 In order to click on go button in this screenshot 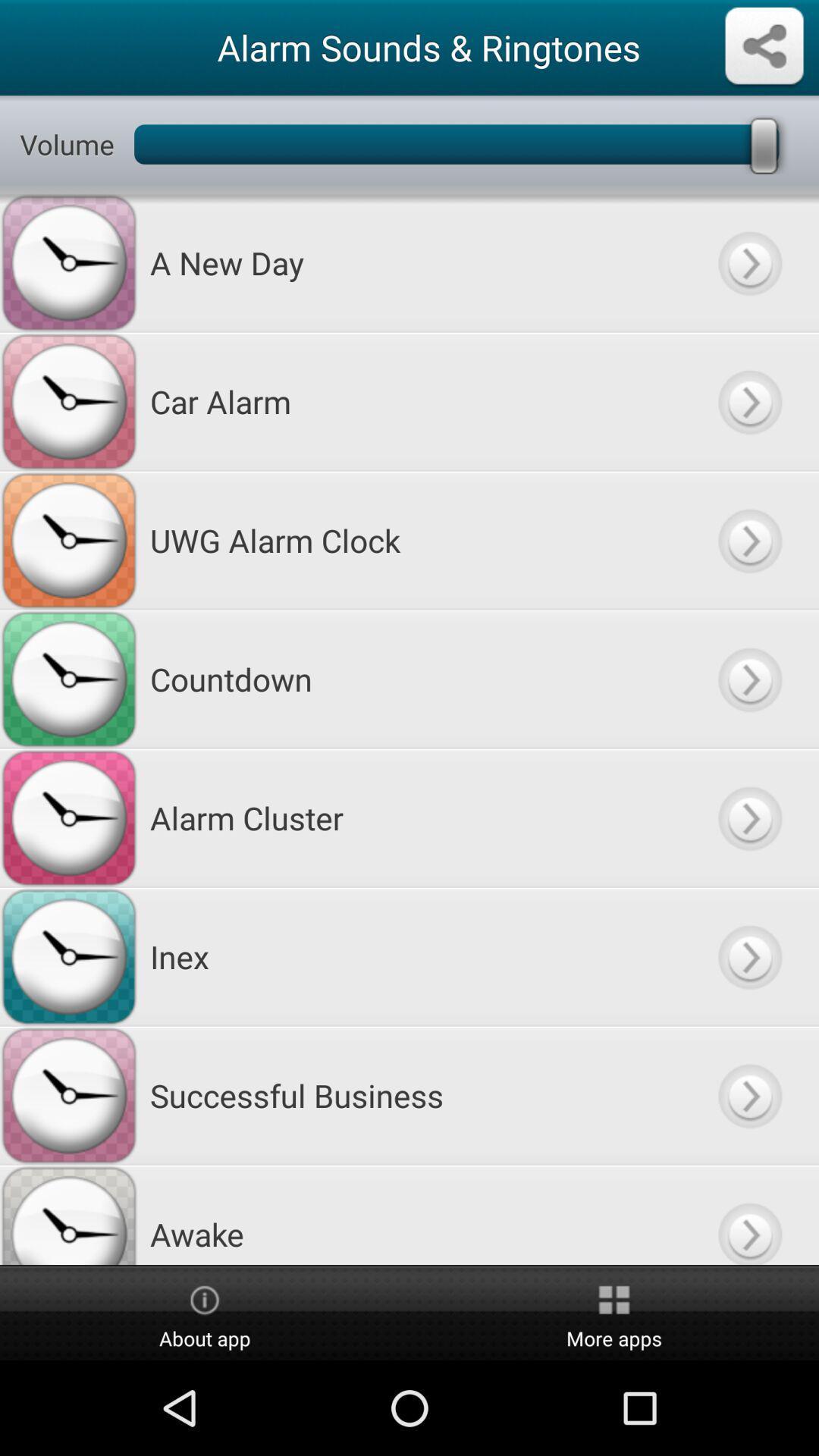, I will do `click(748, 1215)`.